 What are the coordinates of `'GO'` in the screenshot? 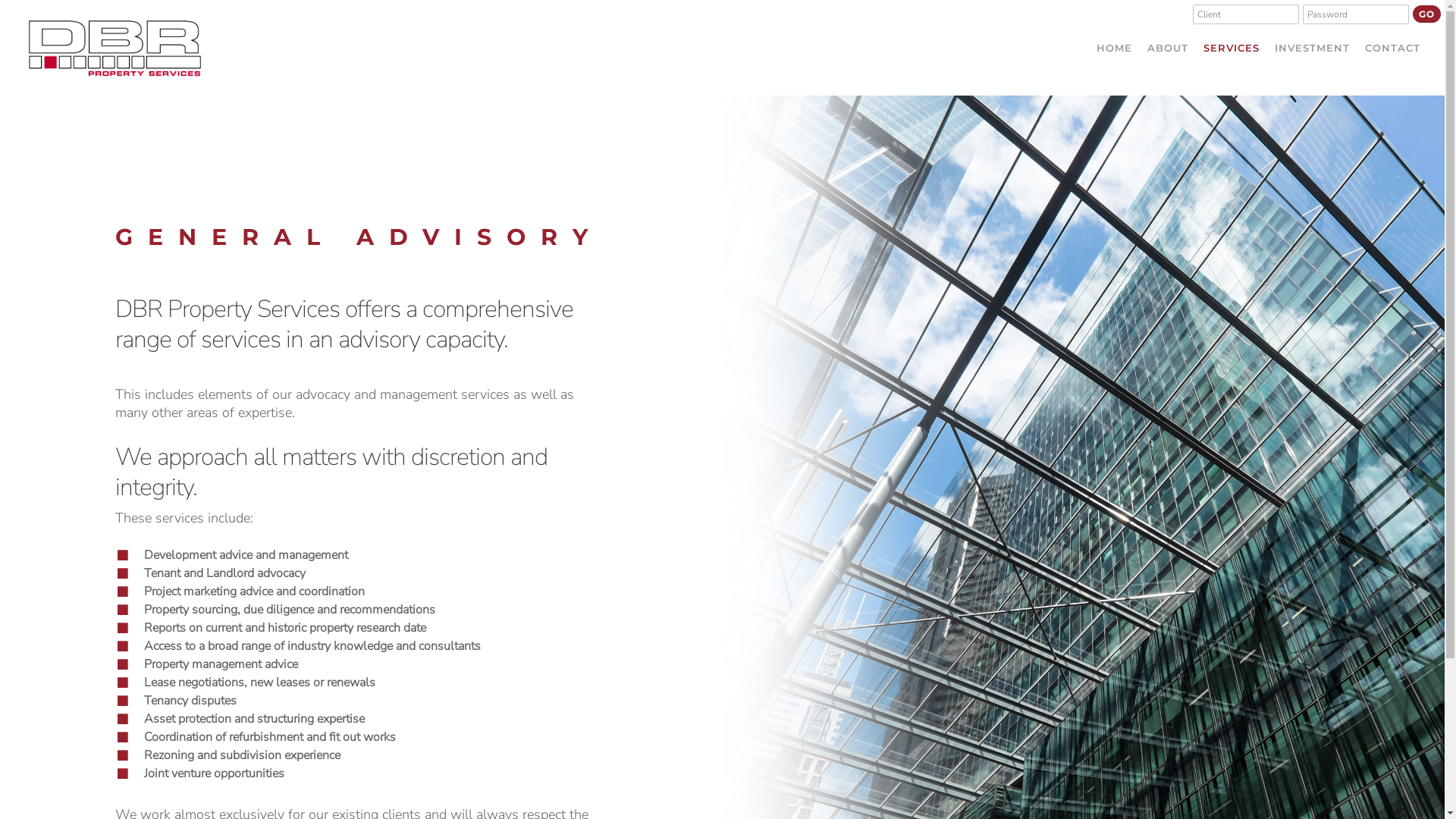 It's located at (1426, 14).